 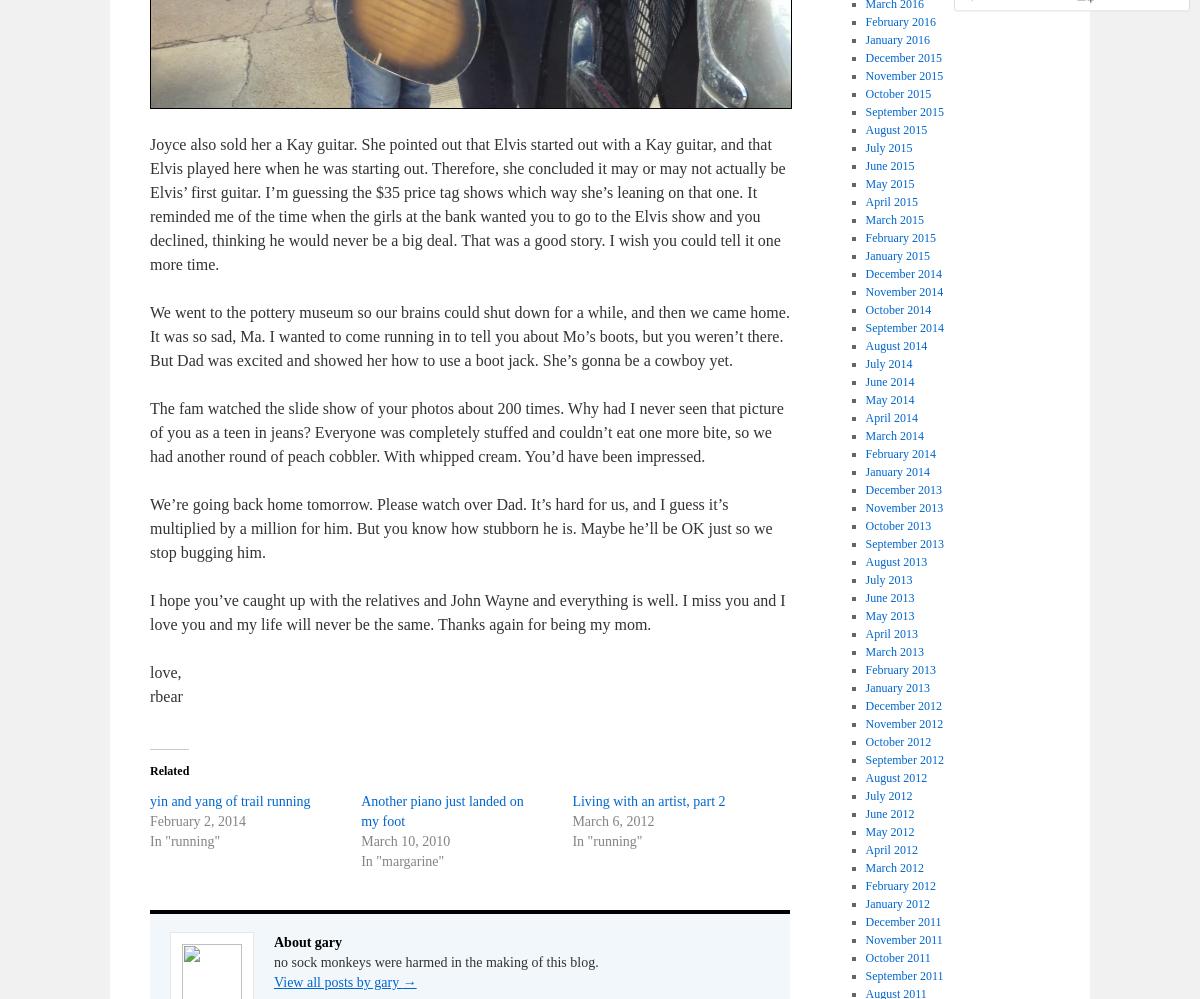 What do you see at coordinates (896, 472) in the screenshot?
I see `'January 2014'` at bounding box center [896, 472].